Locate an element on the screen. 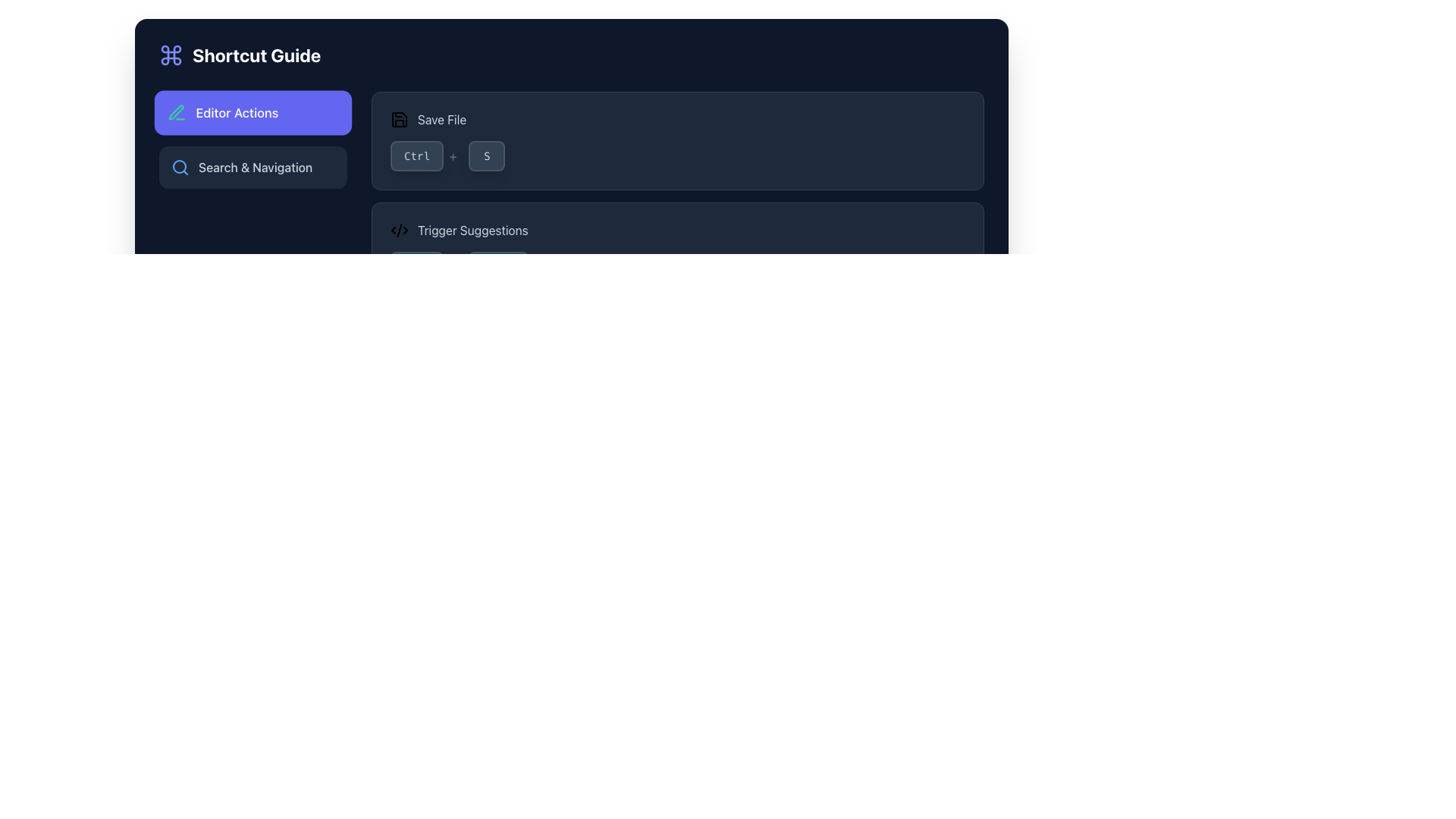 The image size is (1456, 819). the central icon component of the SVG graphic, which represents a code or syntax highlight and serves as a visual cue to users is located at coordinates (400, 231).